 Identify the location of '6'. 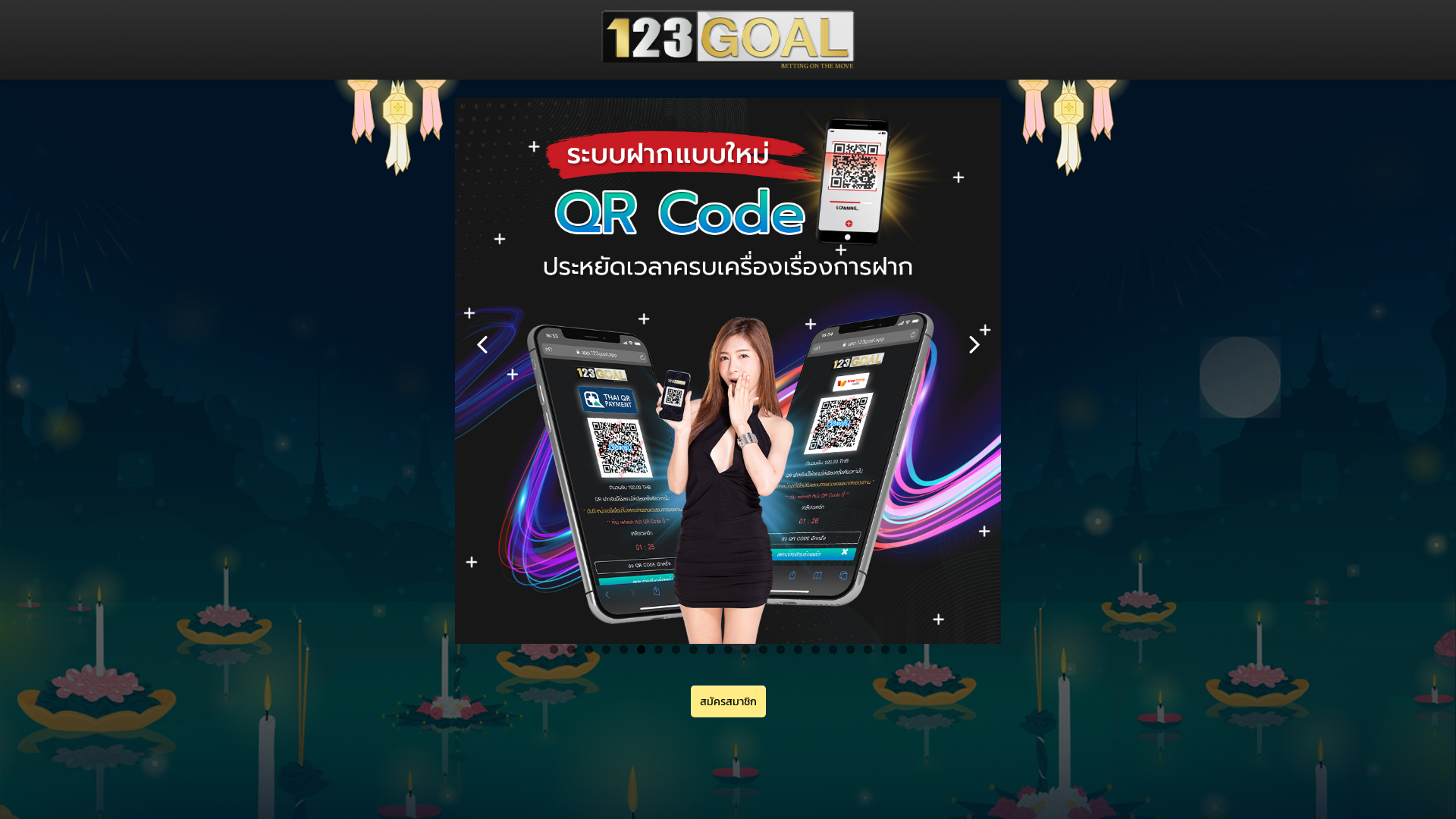
(641, 648).